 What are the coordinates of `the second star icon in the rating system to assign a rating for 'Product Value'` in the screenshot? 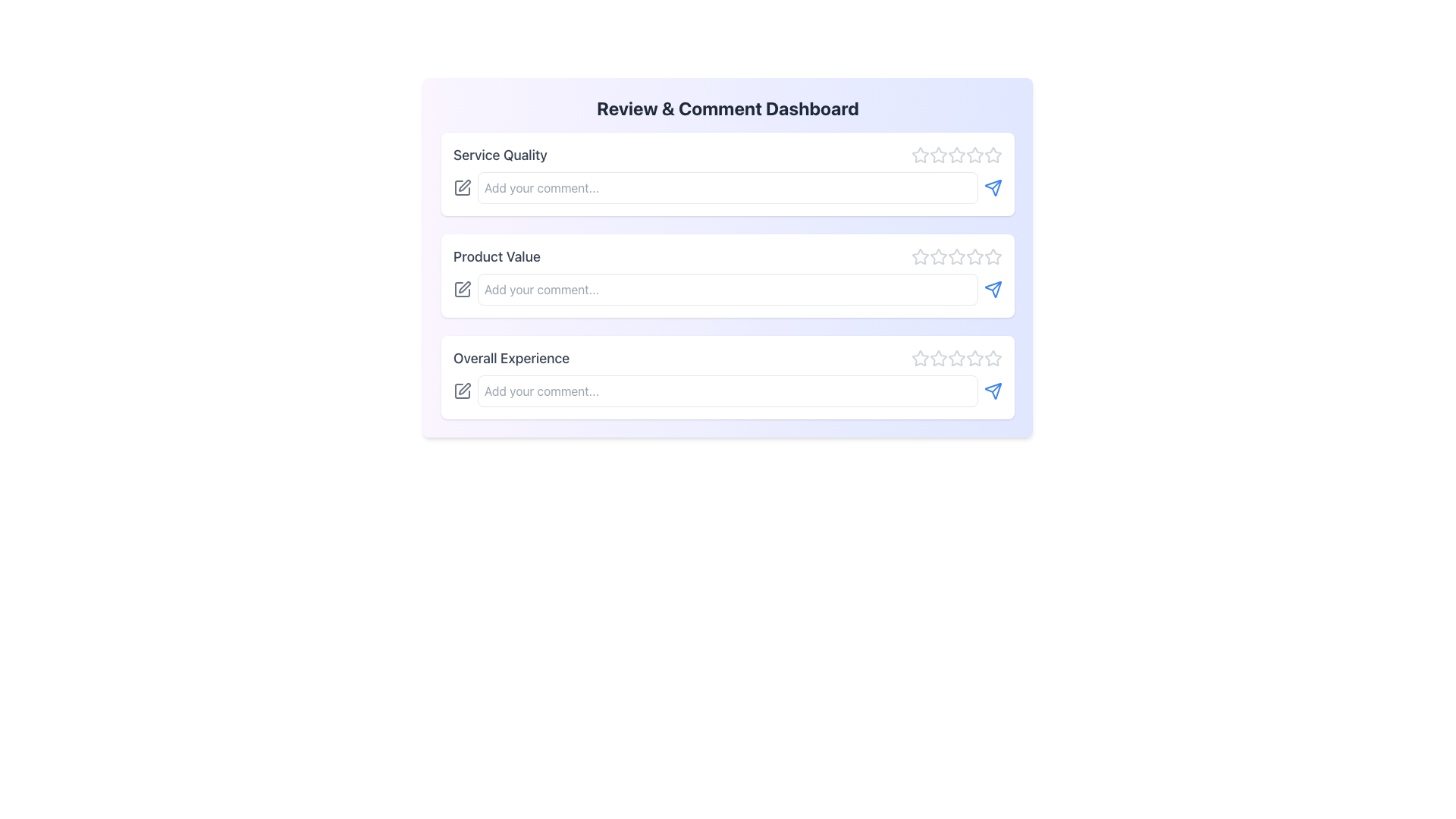 It's located at (938, 256).